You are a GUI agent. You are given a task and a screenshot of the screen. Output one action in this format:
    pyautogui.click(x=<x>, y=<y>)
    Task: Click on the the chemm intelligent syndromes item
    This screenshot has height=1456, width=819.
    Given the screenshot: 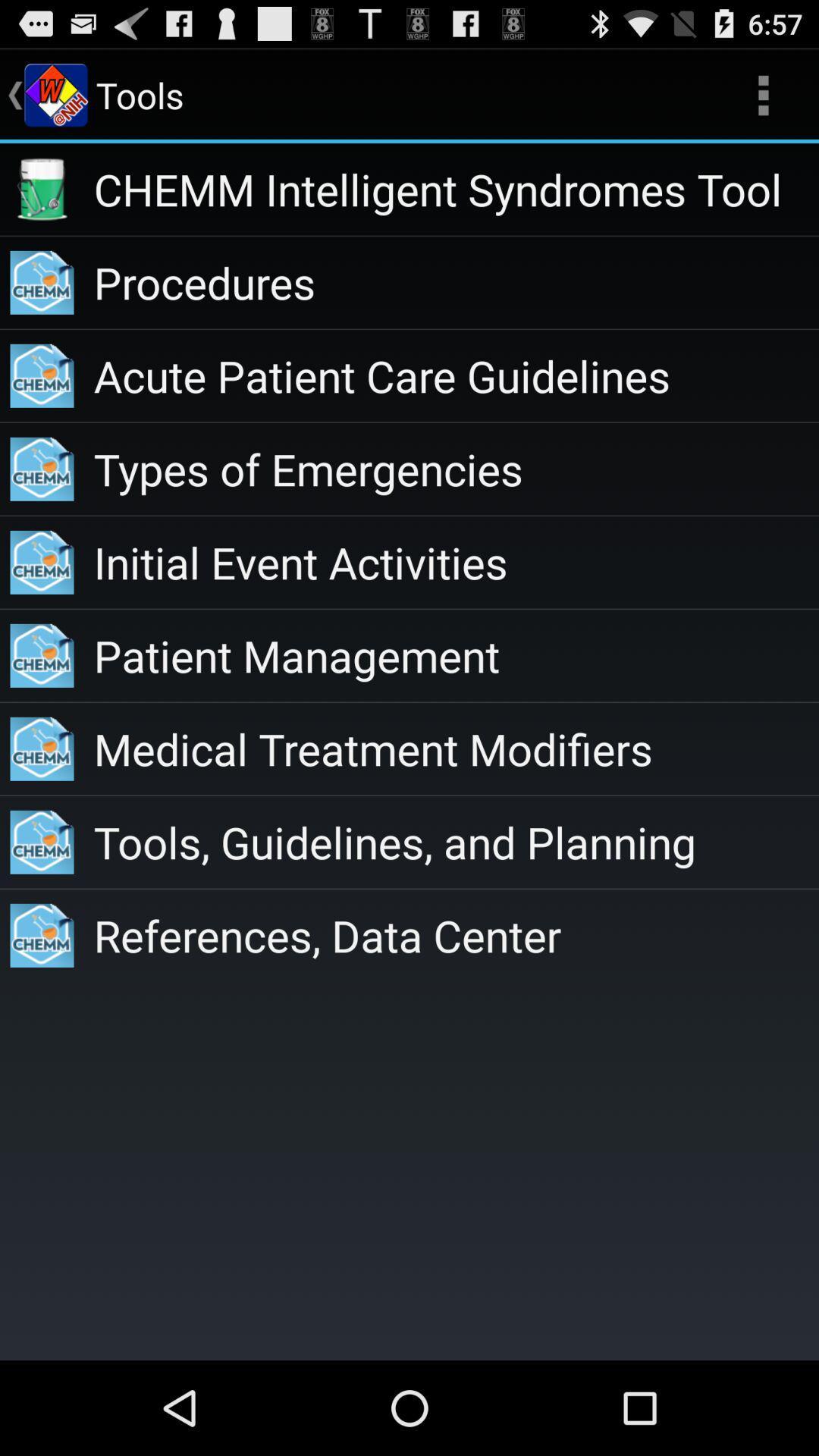 What is the action you would take?
    pyautogui.click(x=455, y=188)
    